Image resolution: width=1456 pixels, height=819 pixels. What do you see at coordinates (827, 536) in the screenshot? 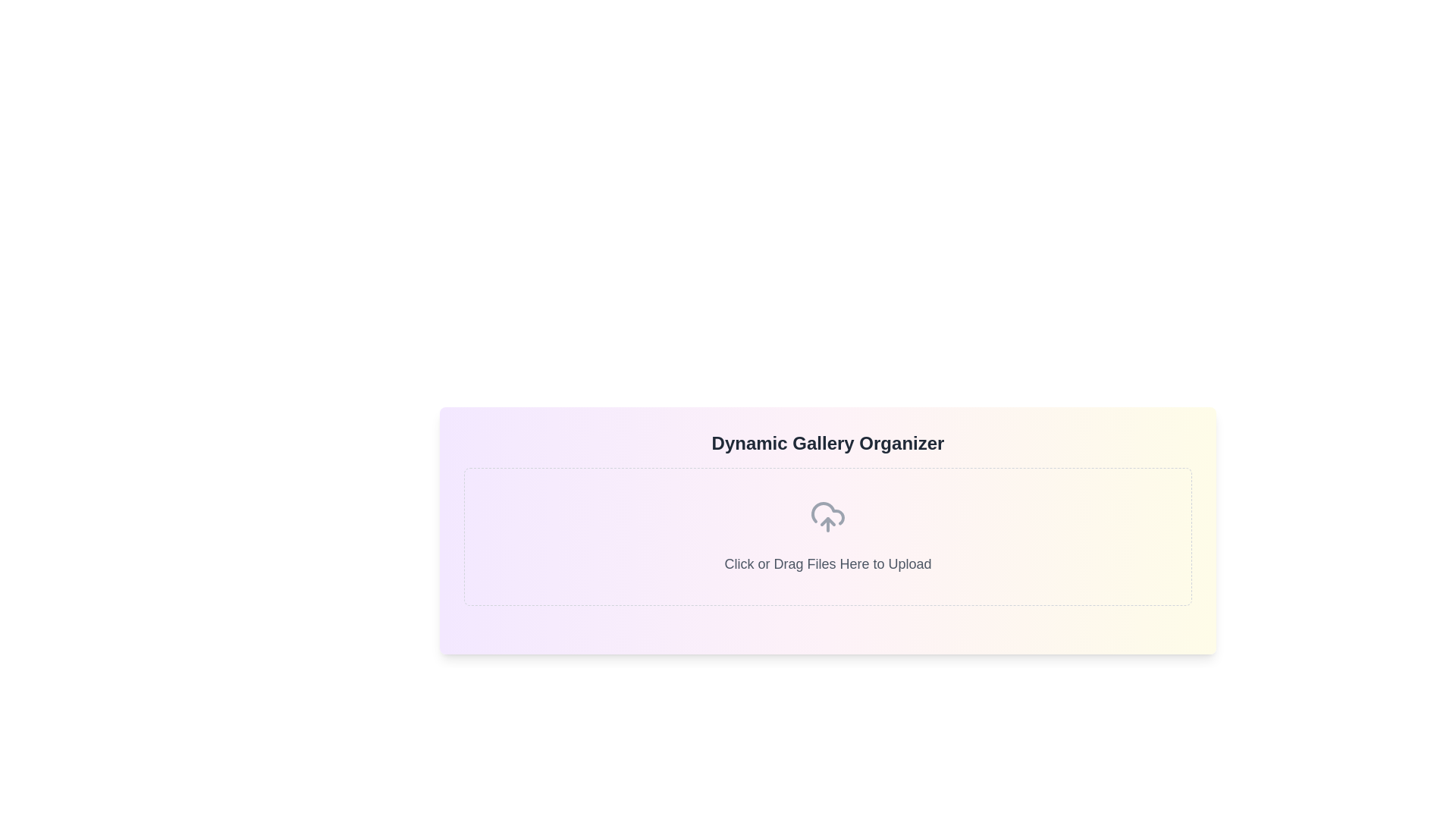
I see `the interactive file upload area with dashed gray borders and the text 'Click or Drag Files Here to Upload'` at bounding box center [827, 536].